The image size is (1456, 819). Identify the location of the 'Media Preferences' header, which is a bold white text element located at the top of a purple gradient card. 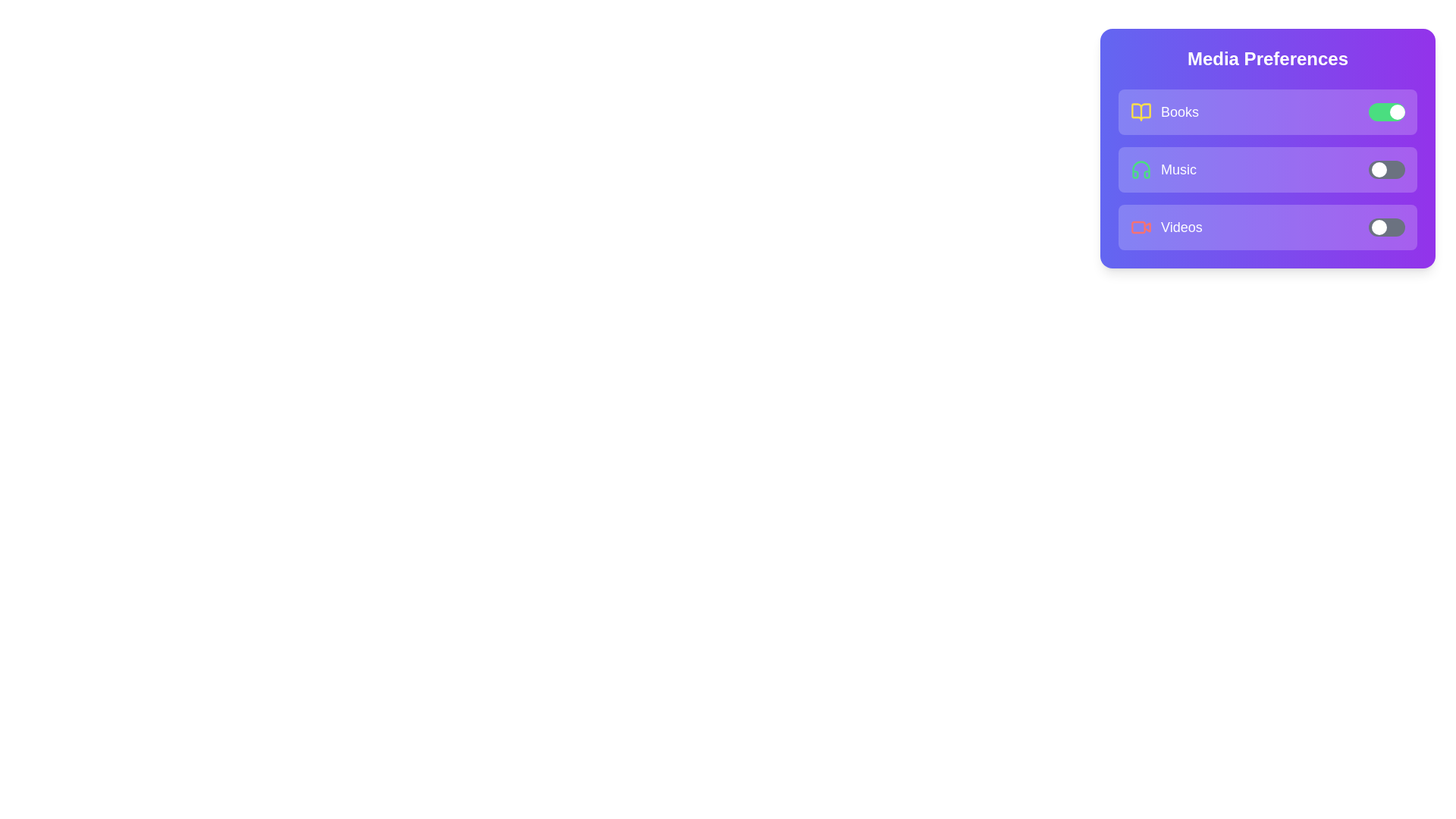
(1267, 58).